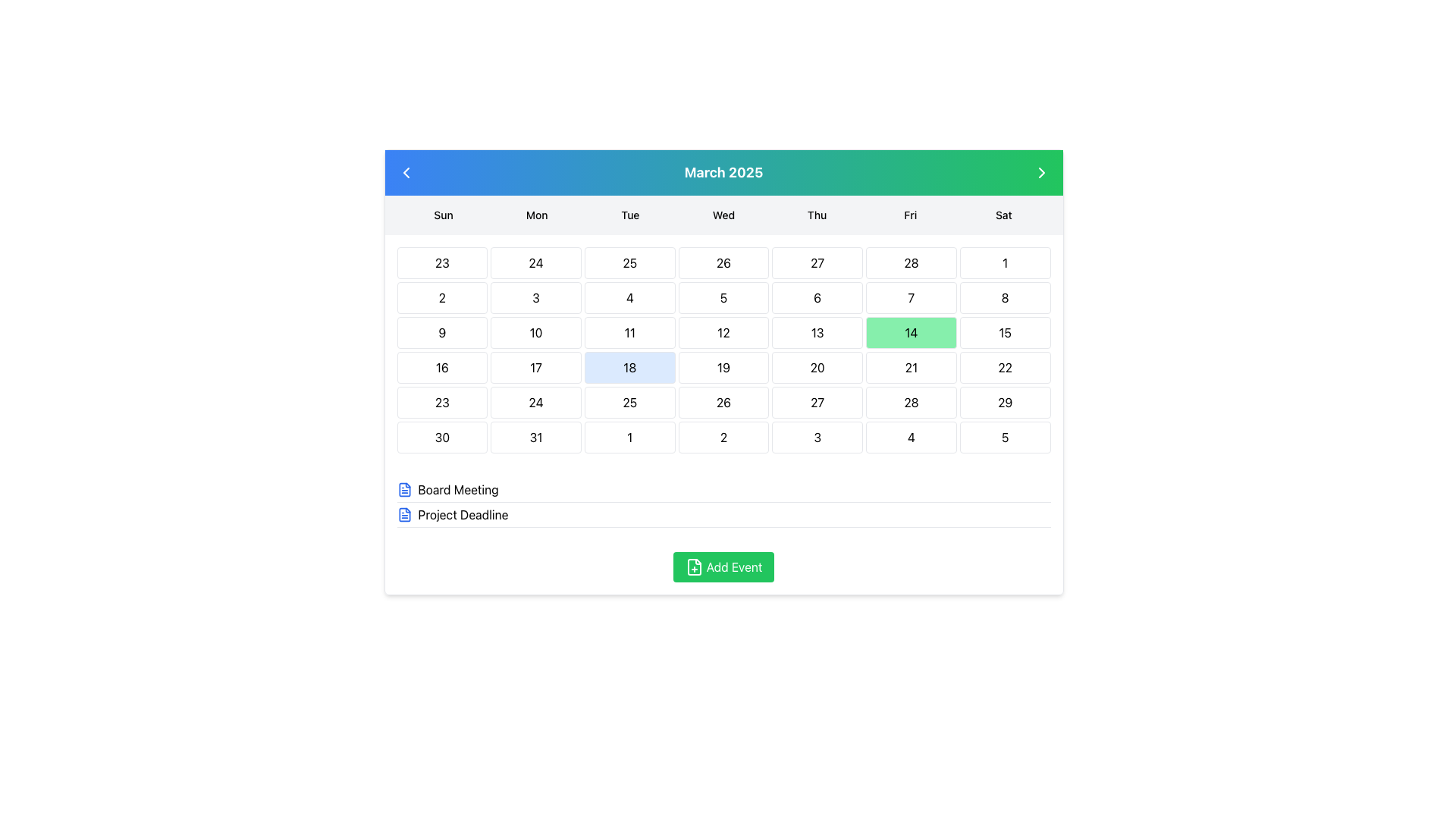  Describe the element at coordinates (441, 332) in the screenshot. I see `the date button-like label displaying the day number in the calendar interface located under the 'Mon' header in the third row and third column` at that location.